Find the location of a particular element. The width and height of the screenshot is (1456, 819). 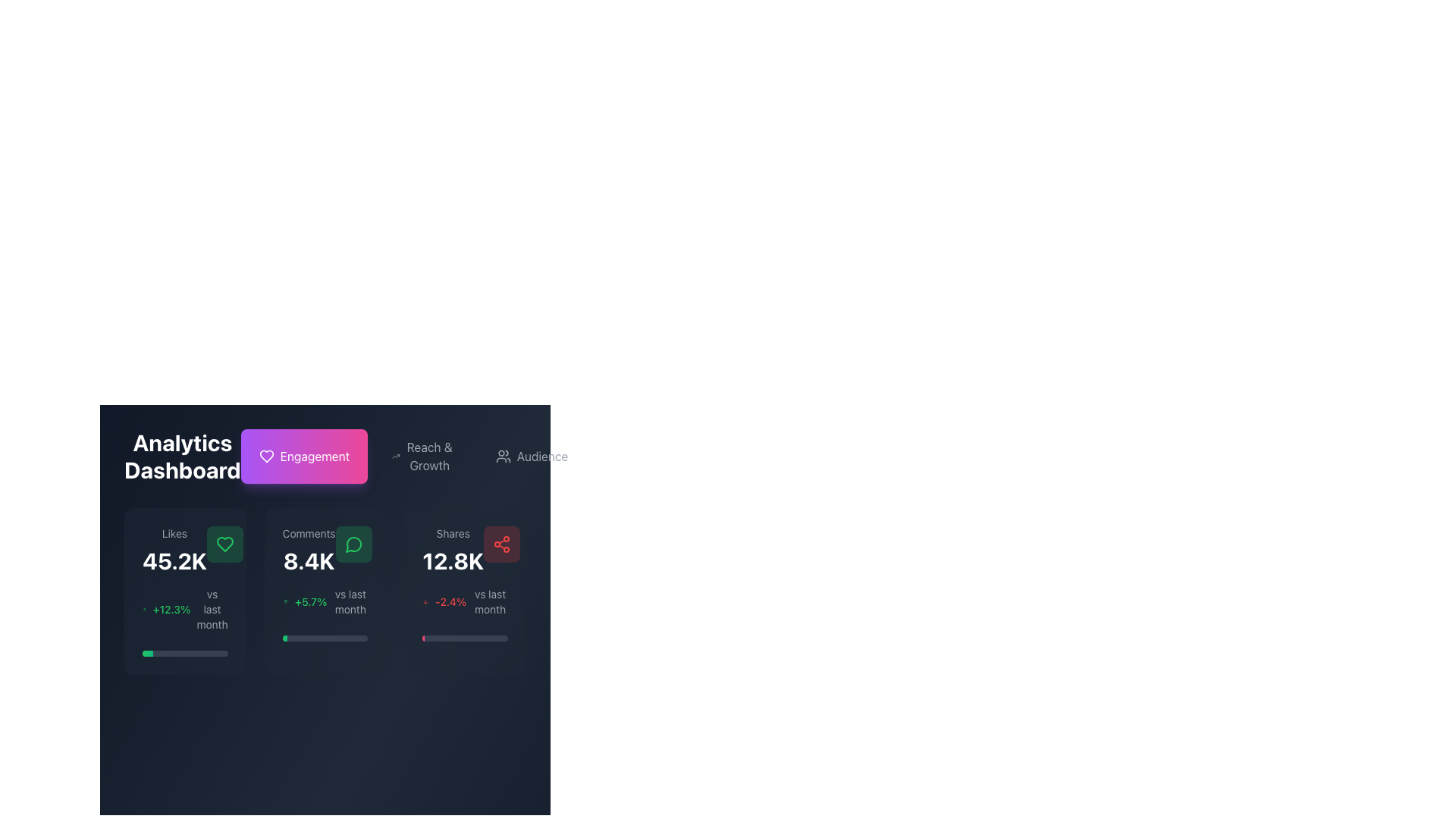

the 'Likes' text label, which is displayed in gray color and is positioned above the number '45.2K' in the card layout is located at coordinates (174, 533).